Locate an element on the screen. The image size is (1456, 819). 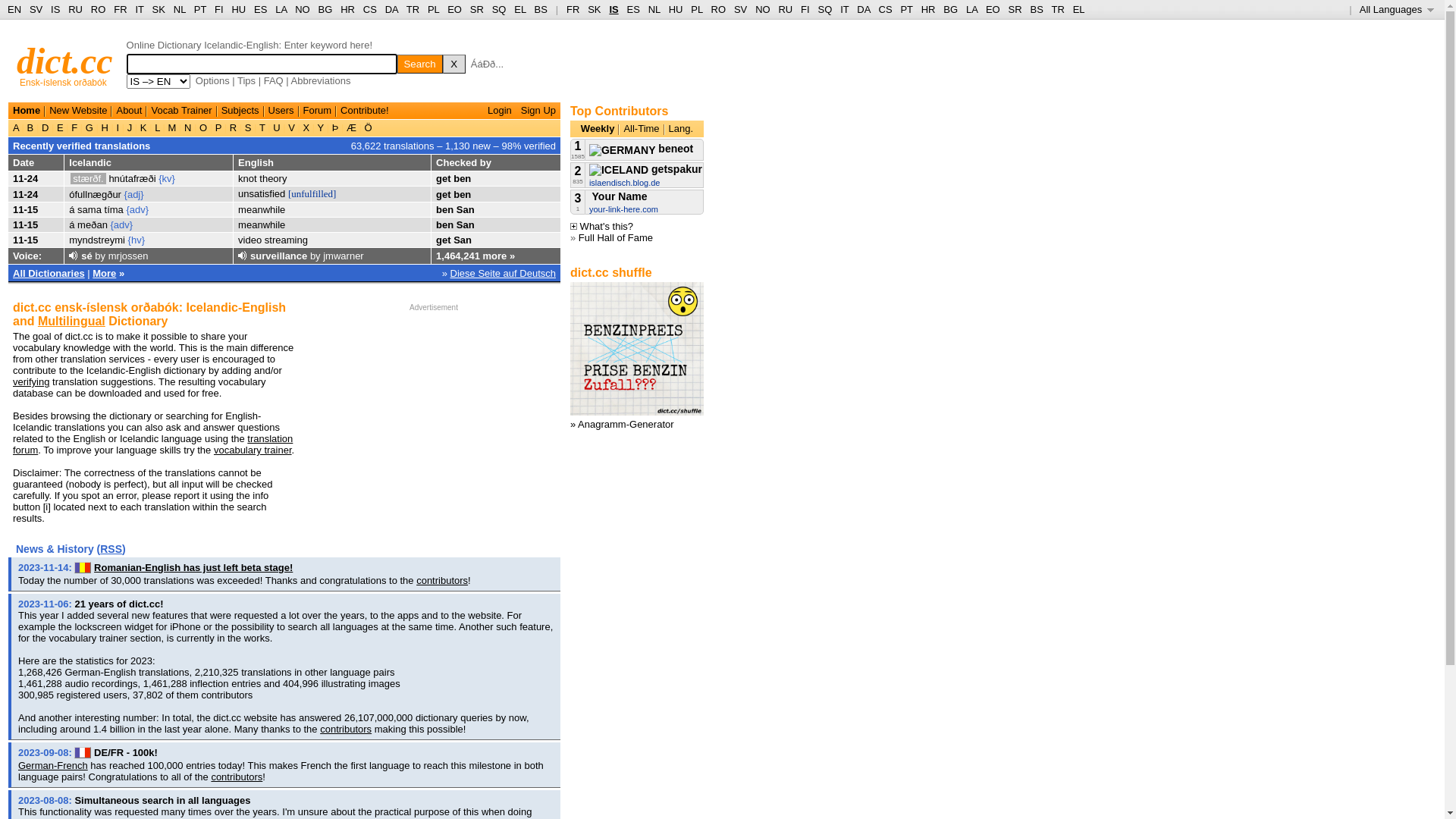
'11-24' is located at coordinates (25, 177).